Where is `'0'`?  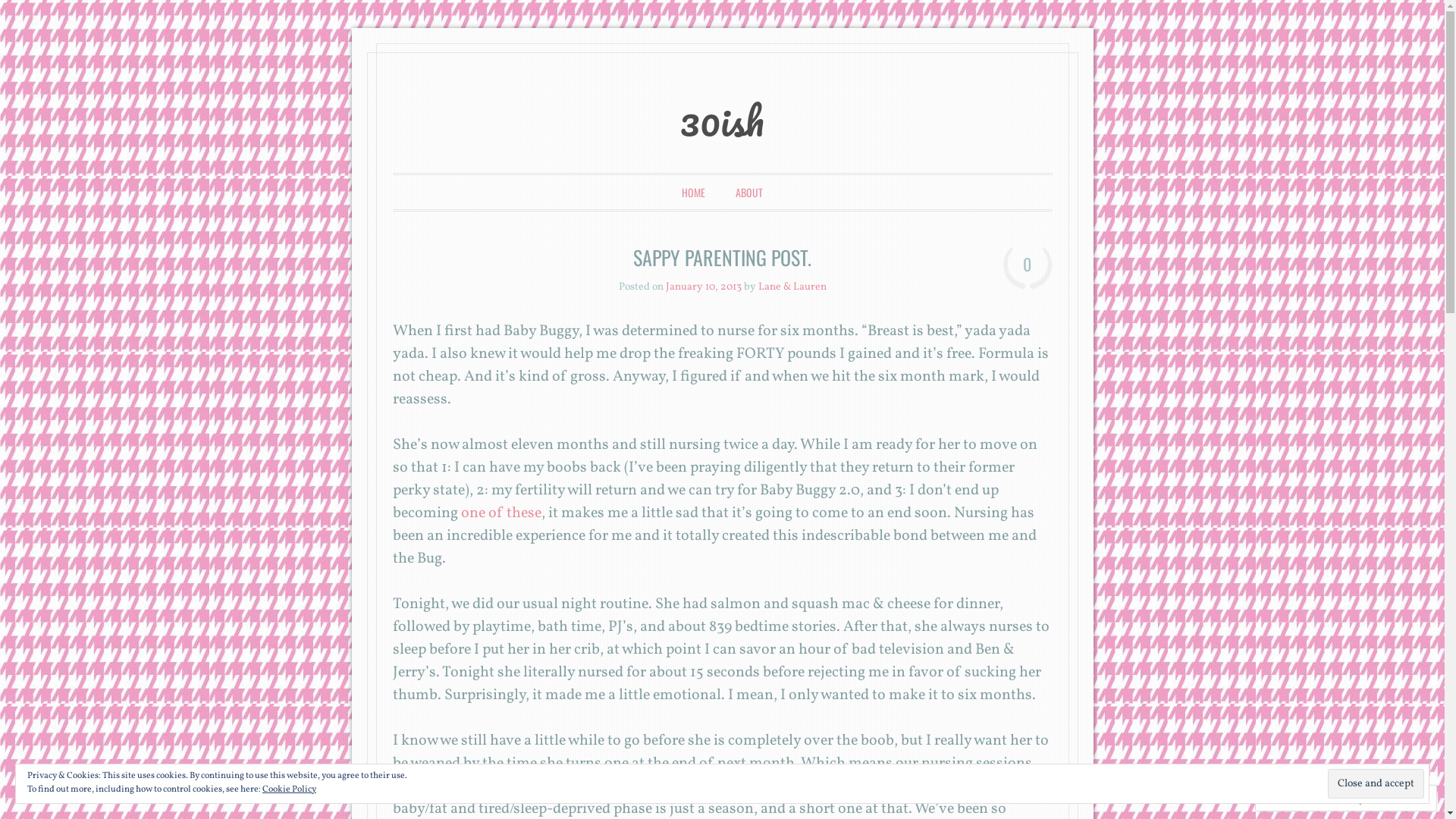
'0' is located at coordinates (1027, 267).